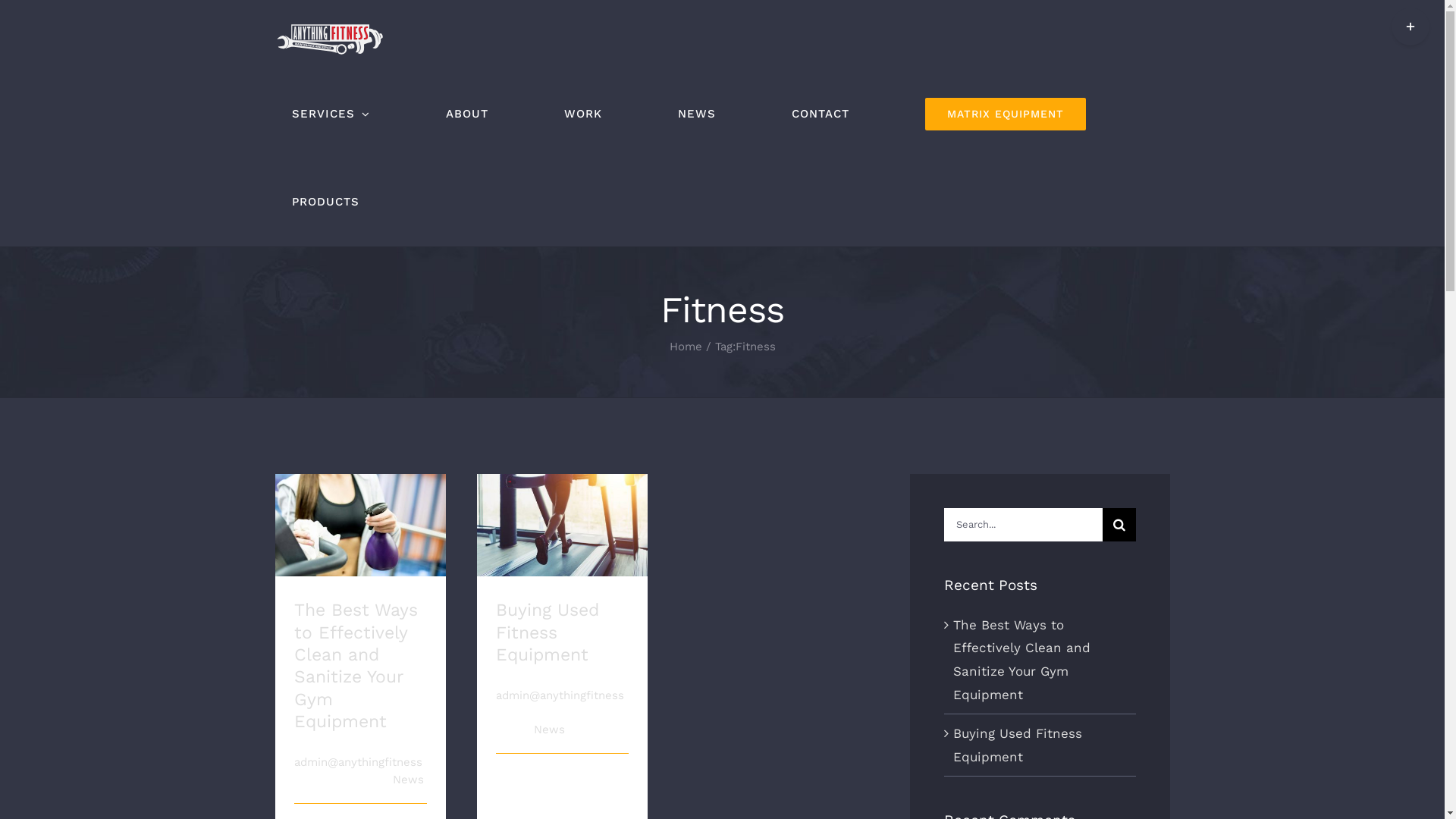 The image size is (1456, 819). Describe the element at coordinates (1391, 26) in the screenshot. I see `'Toggle Sliding Bar Area'` at that location.